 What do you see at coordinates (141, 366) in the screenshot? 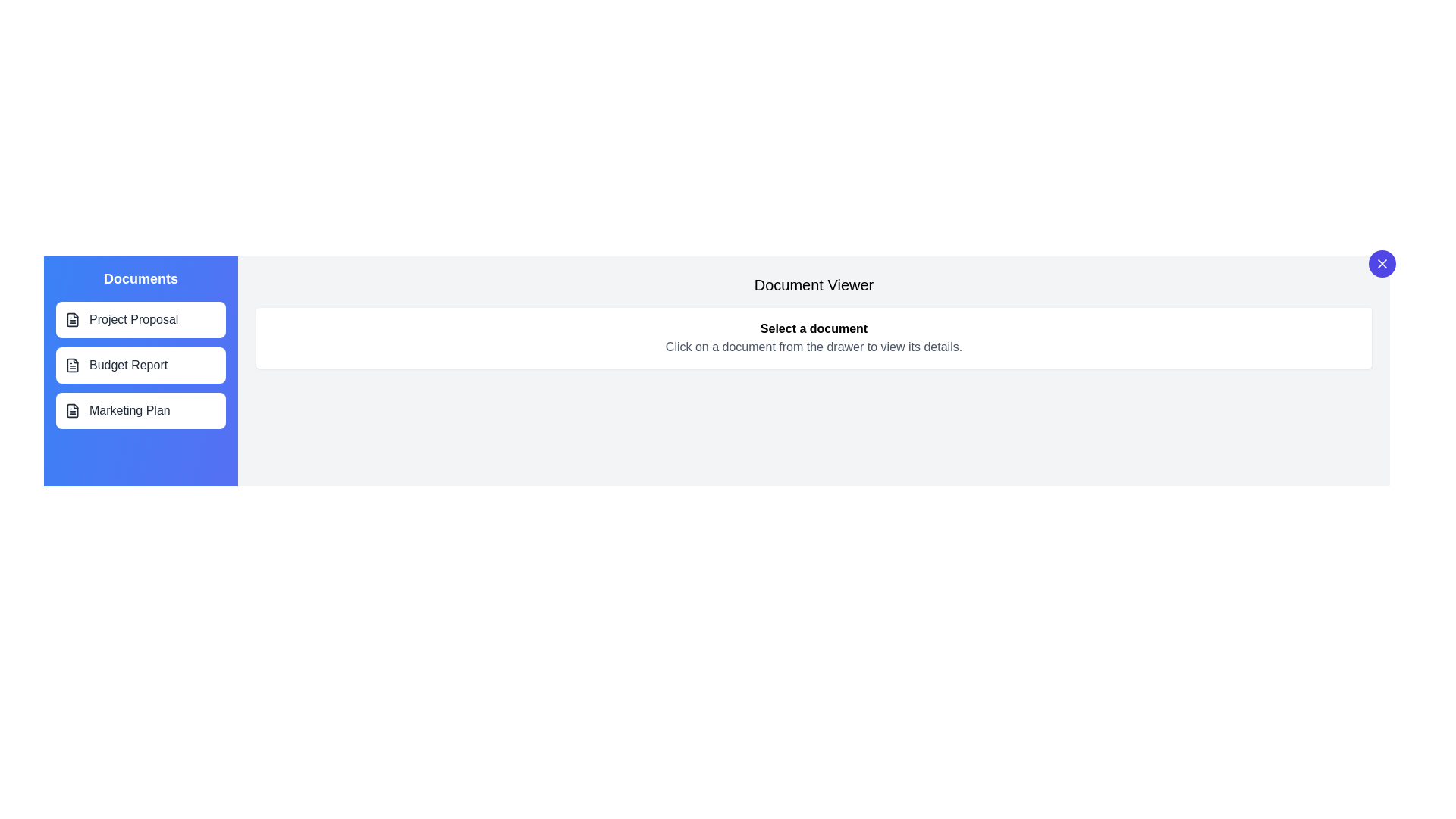
I see `the document title Budget Report to highlight it` at bounding box center [141, 366].